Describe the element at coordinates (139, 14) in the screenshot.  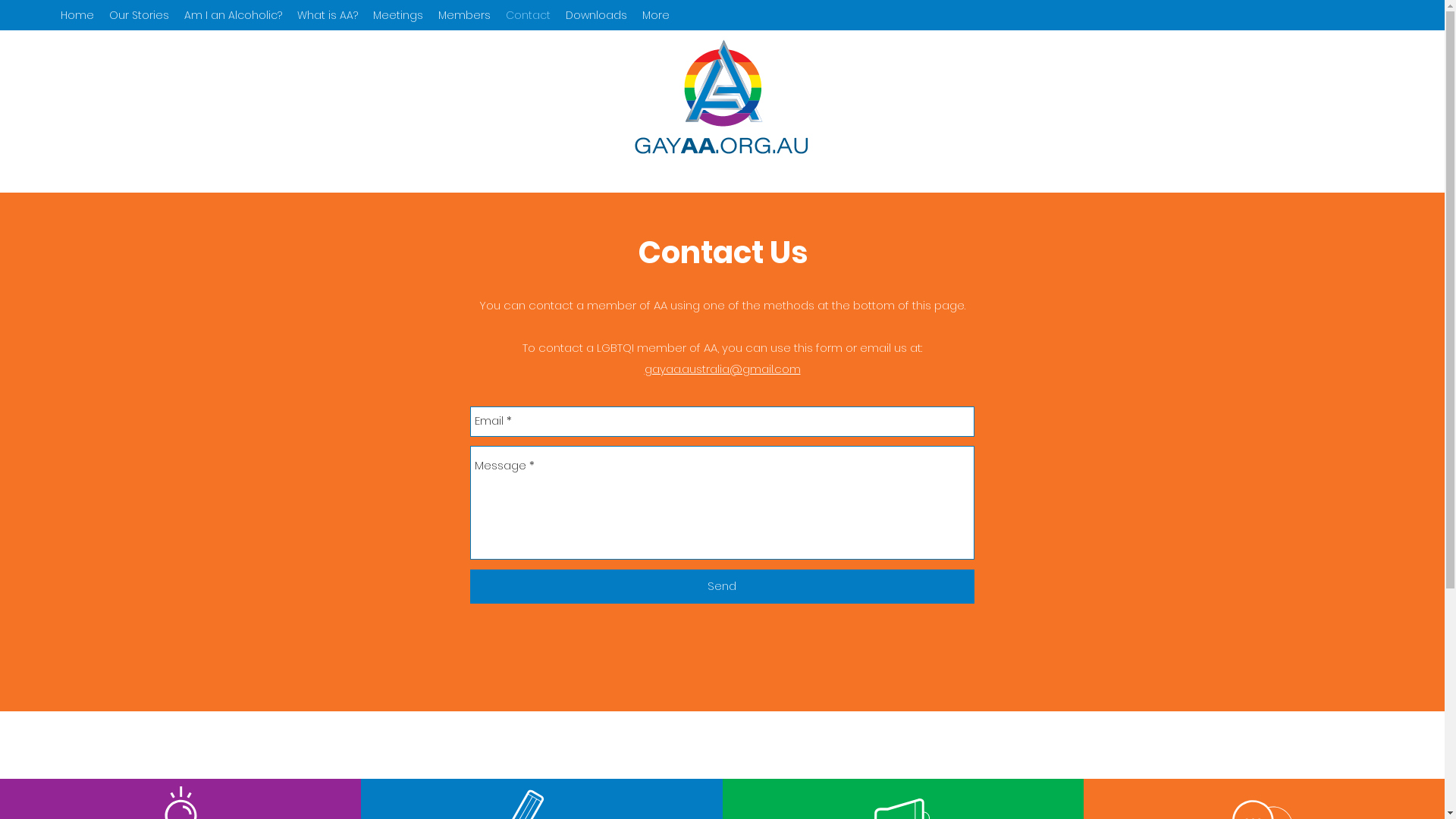
I see `'Our Stories'` at that location.